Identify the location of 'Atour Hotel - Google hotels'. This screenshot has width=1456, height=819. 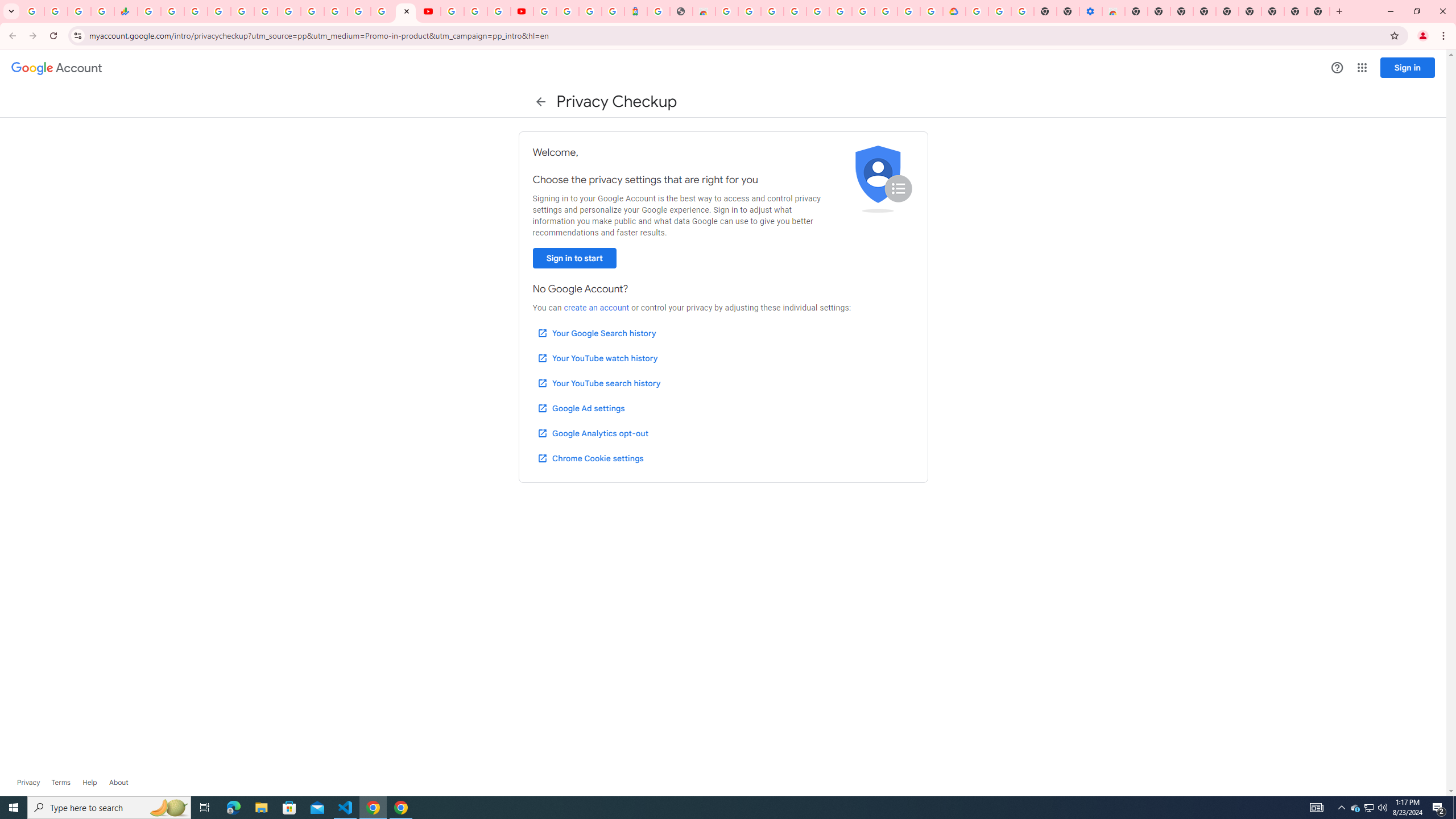
(635, 11).